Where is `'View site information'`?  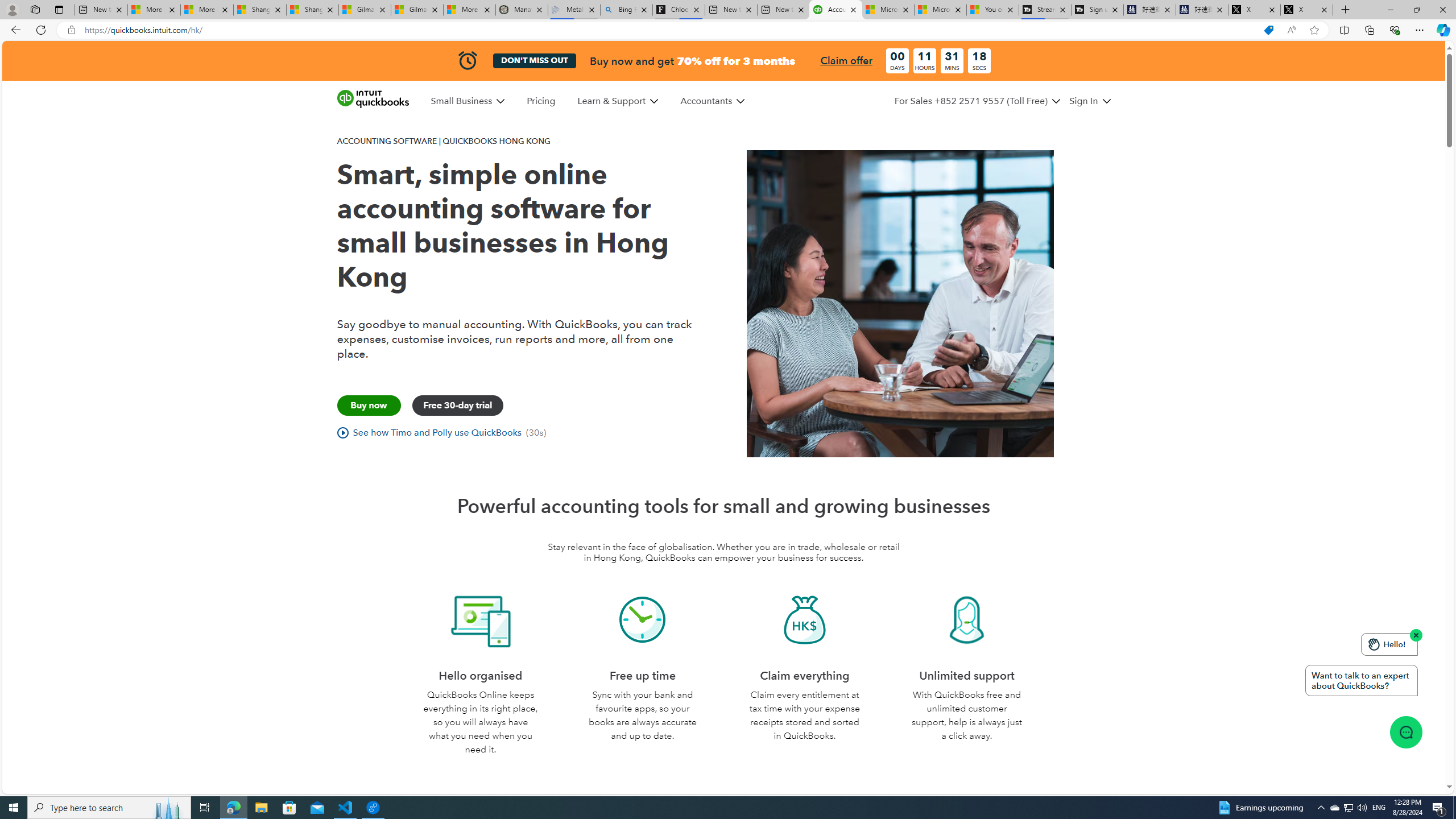
'View site information' is located at coordinates (71, 30).